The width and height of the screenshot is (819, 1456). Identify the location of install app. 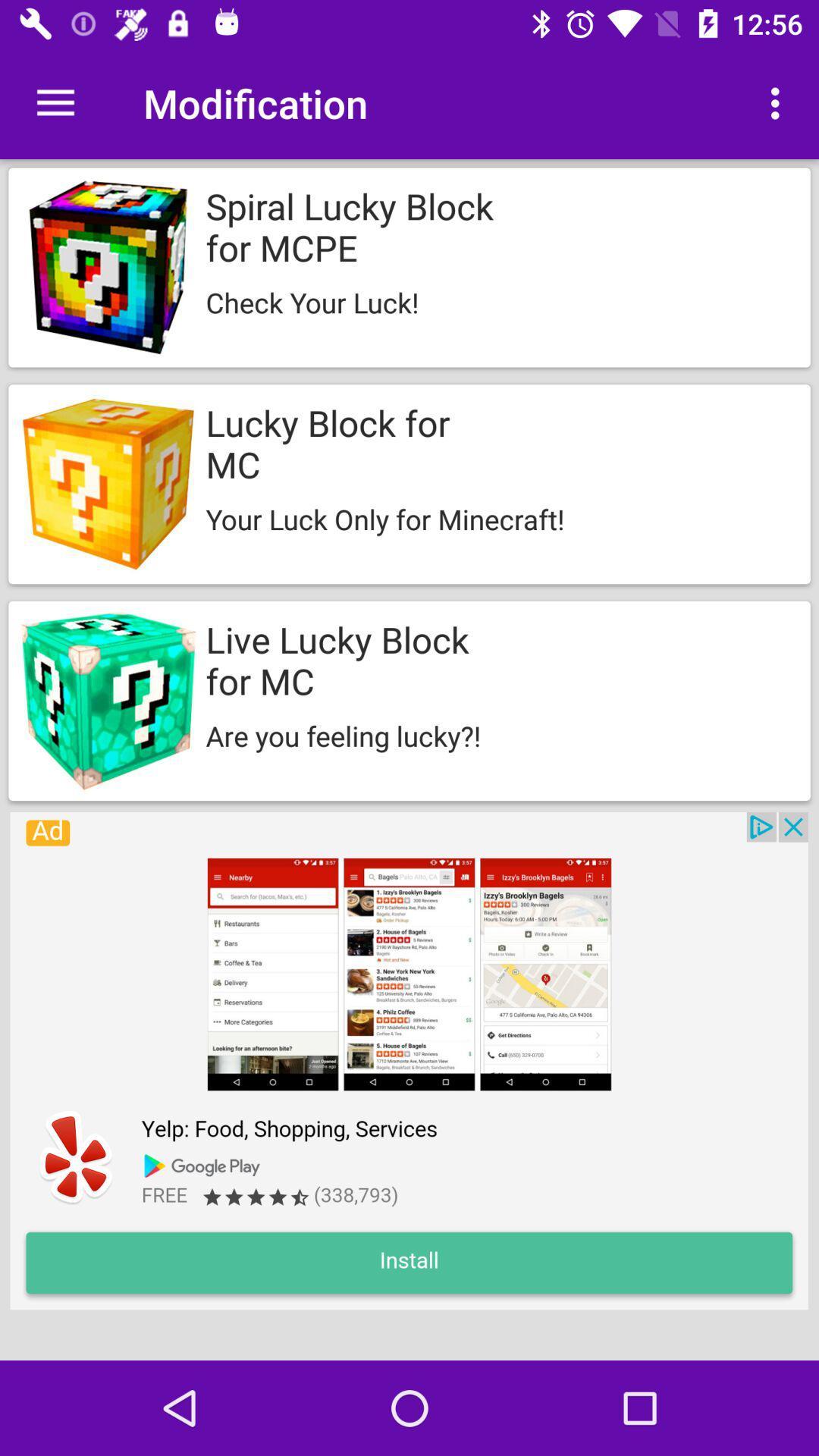
(408, 1060).